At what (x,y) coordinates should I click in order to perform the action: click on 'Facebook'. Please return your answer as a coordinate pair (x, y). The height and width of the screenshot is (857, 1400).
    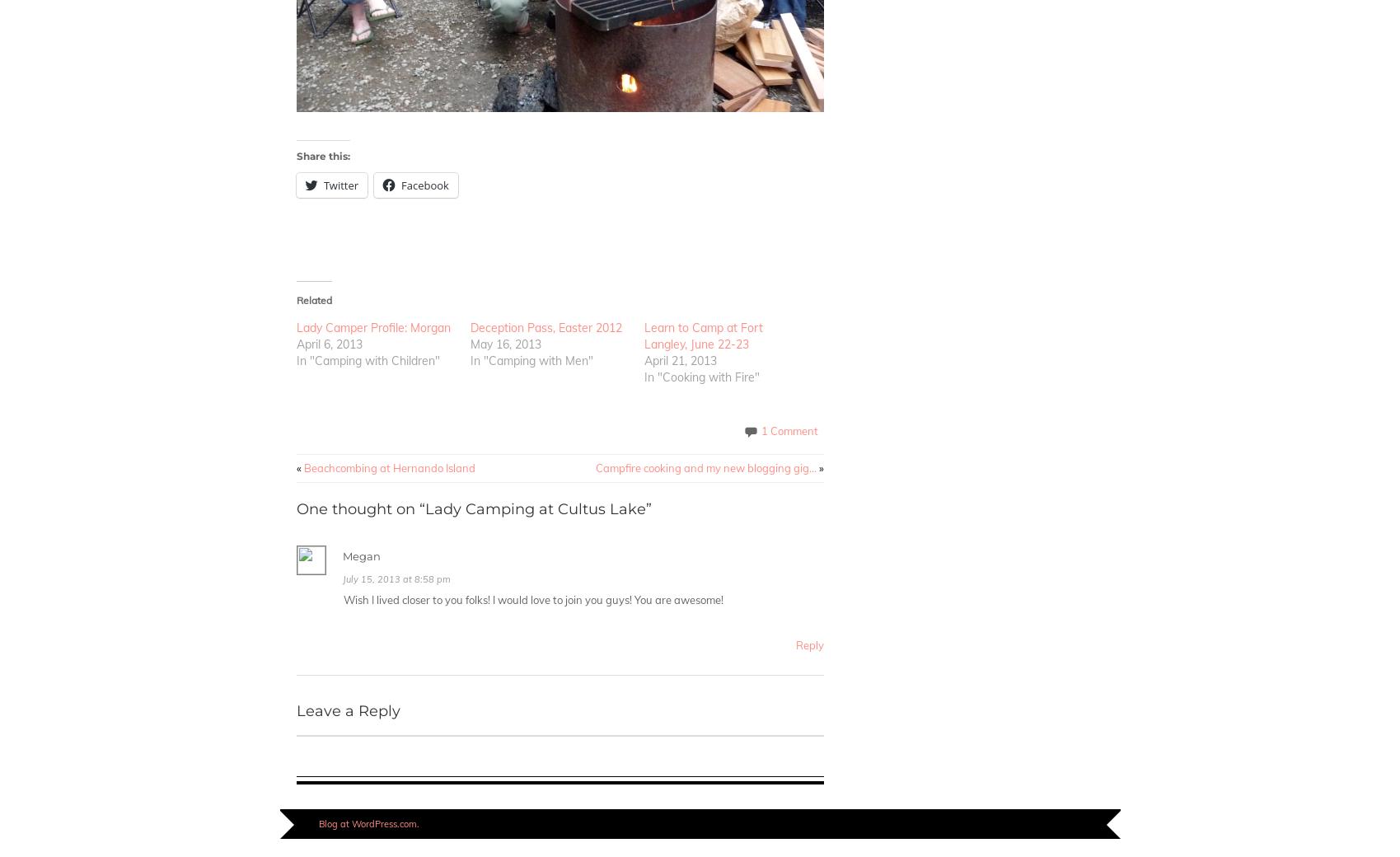
    Looking at the image, I should click on (424, 185).